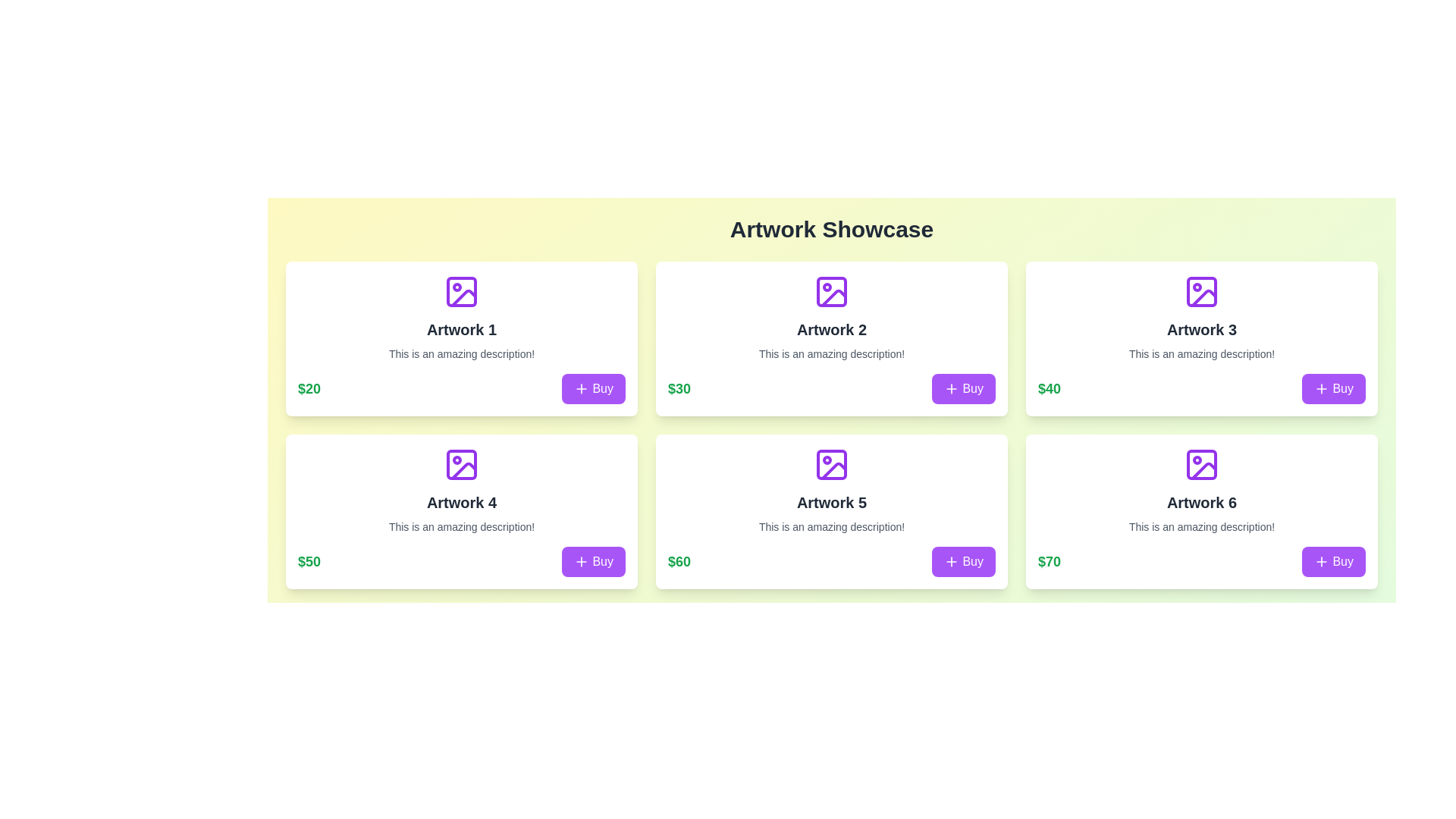 Image resolution: width=1456 pixels, height=819 pixels. Describe the element at coordinates (1343, 388) in the screenshot. I see `the 'Buy' text label located inside the purple button at the bottom-right corner of the 'Artwork 3' tile` at that location.